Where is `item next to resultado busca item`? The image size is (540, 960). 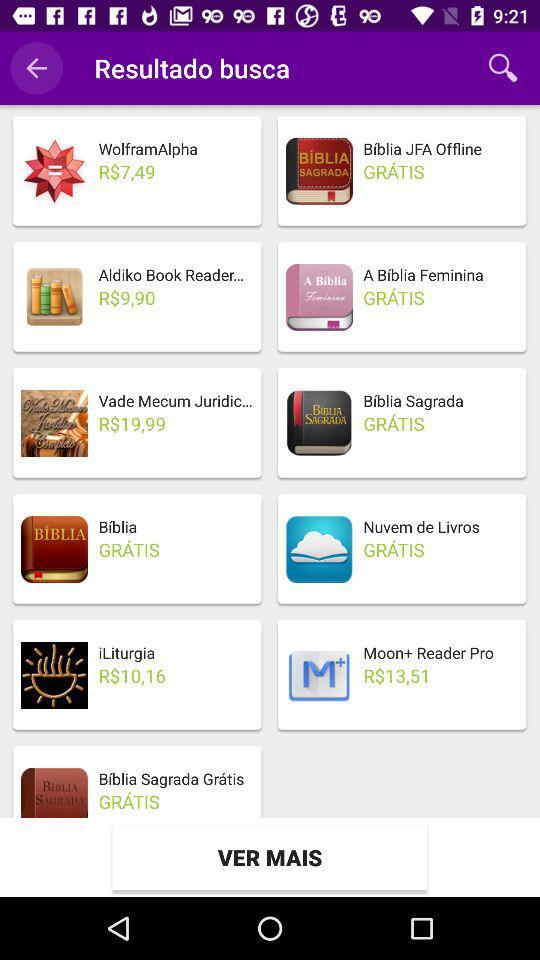
item next to resultado busca item is located at coordinates (36, 68).